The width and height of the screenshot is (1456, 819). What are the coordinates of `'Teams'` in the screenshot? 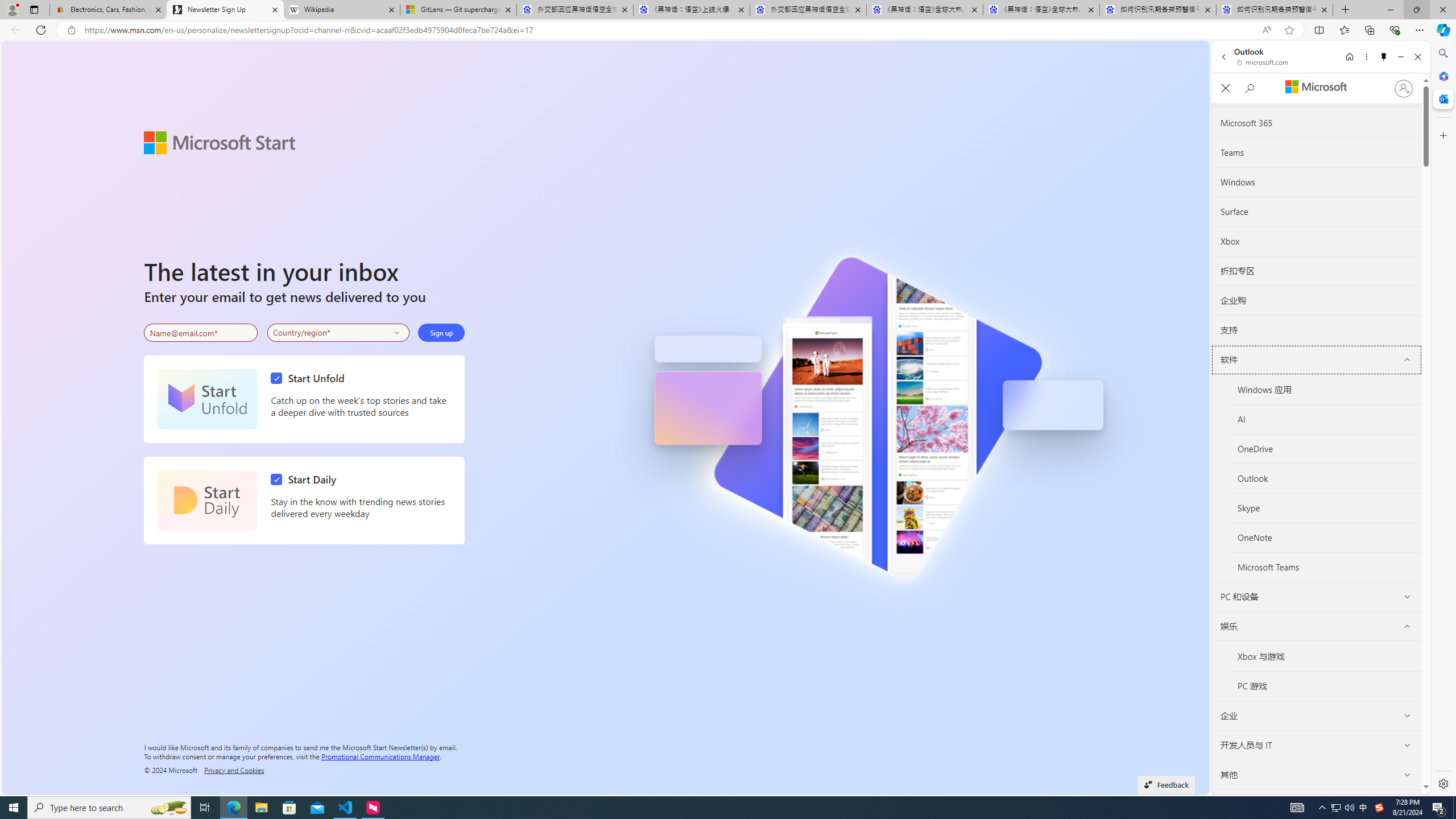 It's located at (1316, 152).